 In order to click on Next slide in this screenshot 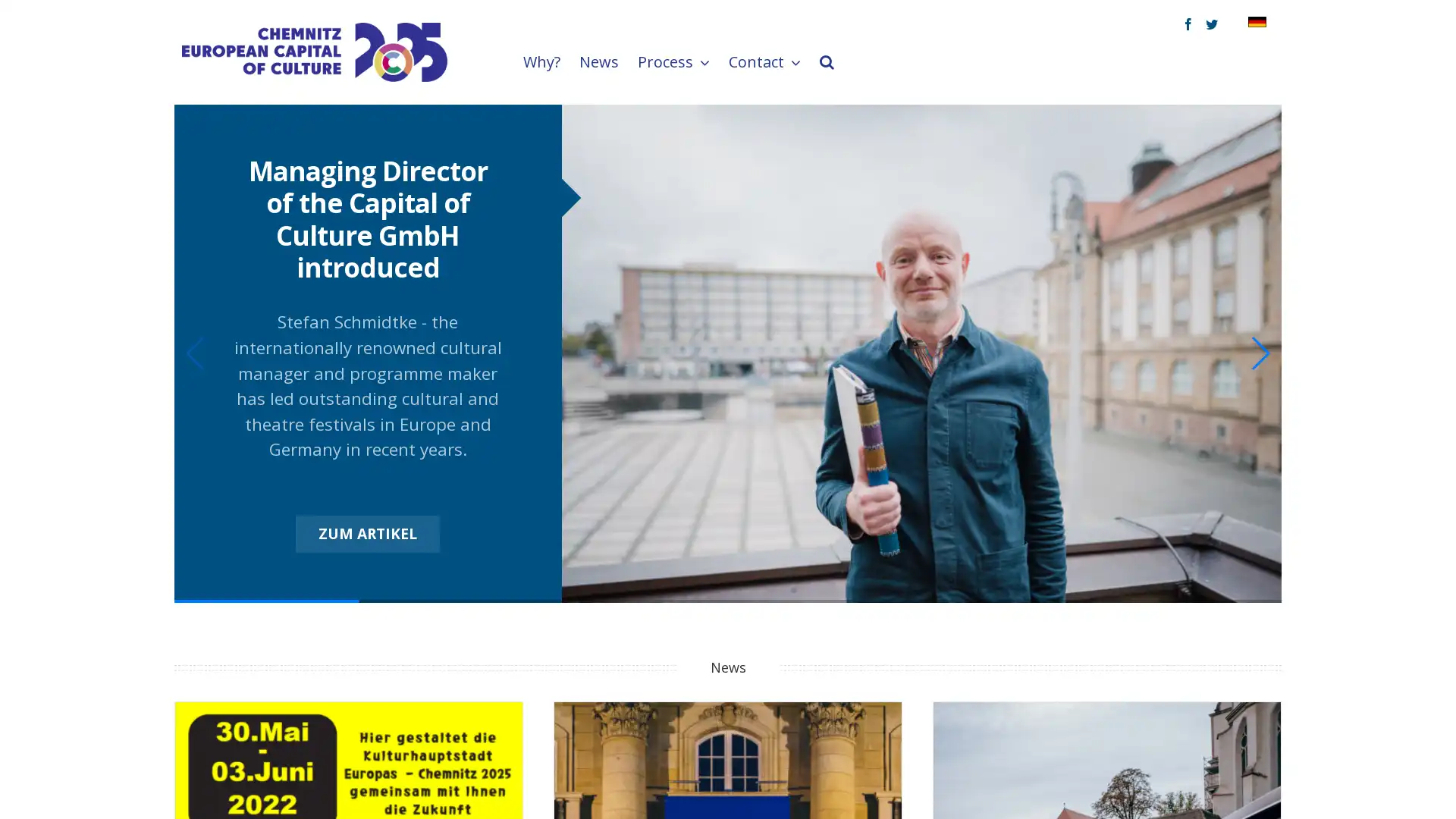, I will do `click(1260, 353)`.